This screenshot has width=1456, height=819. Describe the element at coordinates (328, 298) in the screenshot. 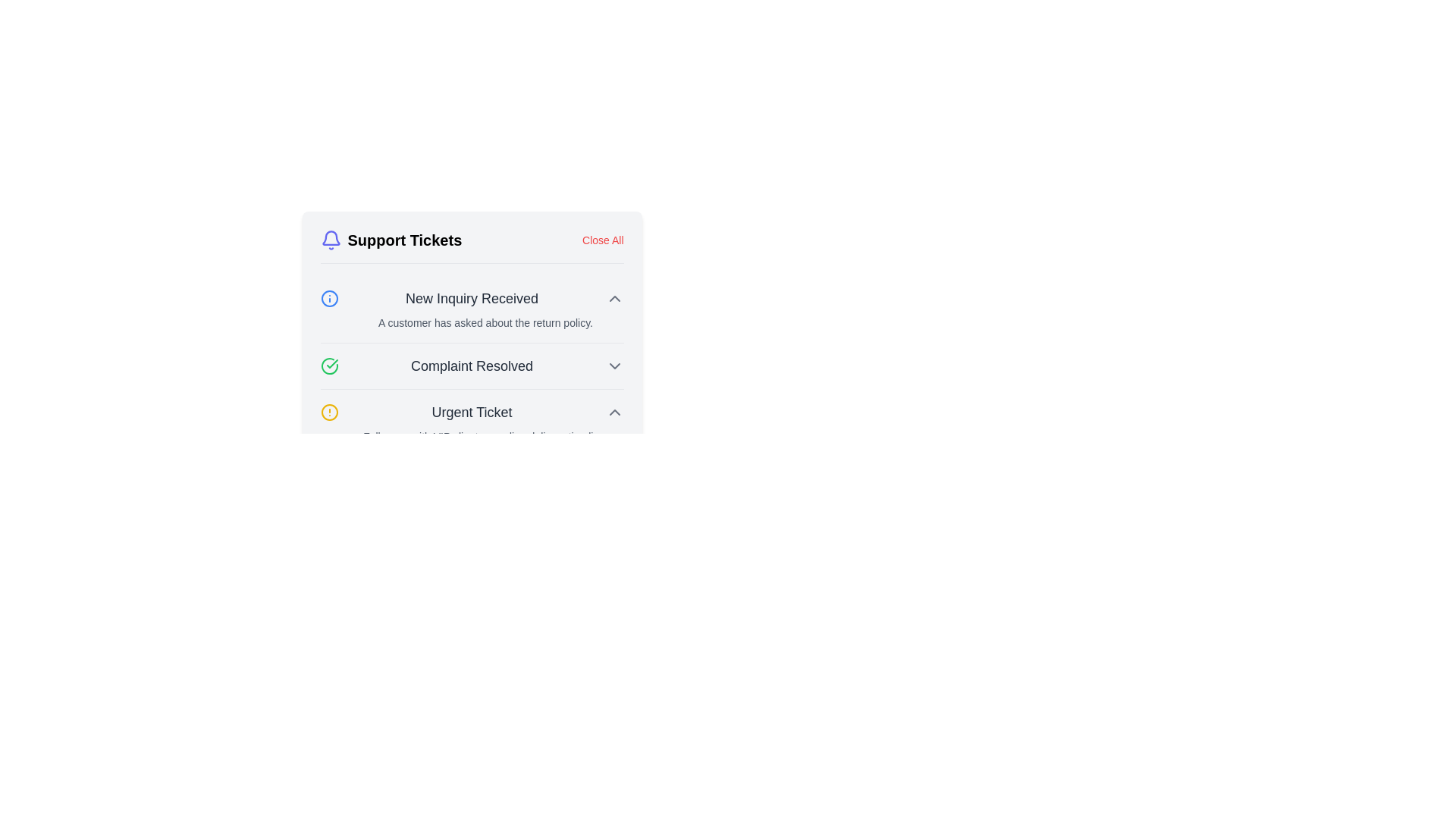

I see `the circular icon with a bold blue outline and white interior, which serves as the visual indicator for the 'New Inquiry Received' notification entry` at that location.